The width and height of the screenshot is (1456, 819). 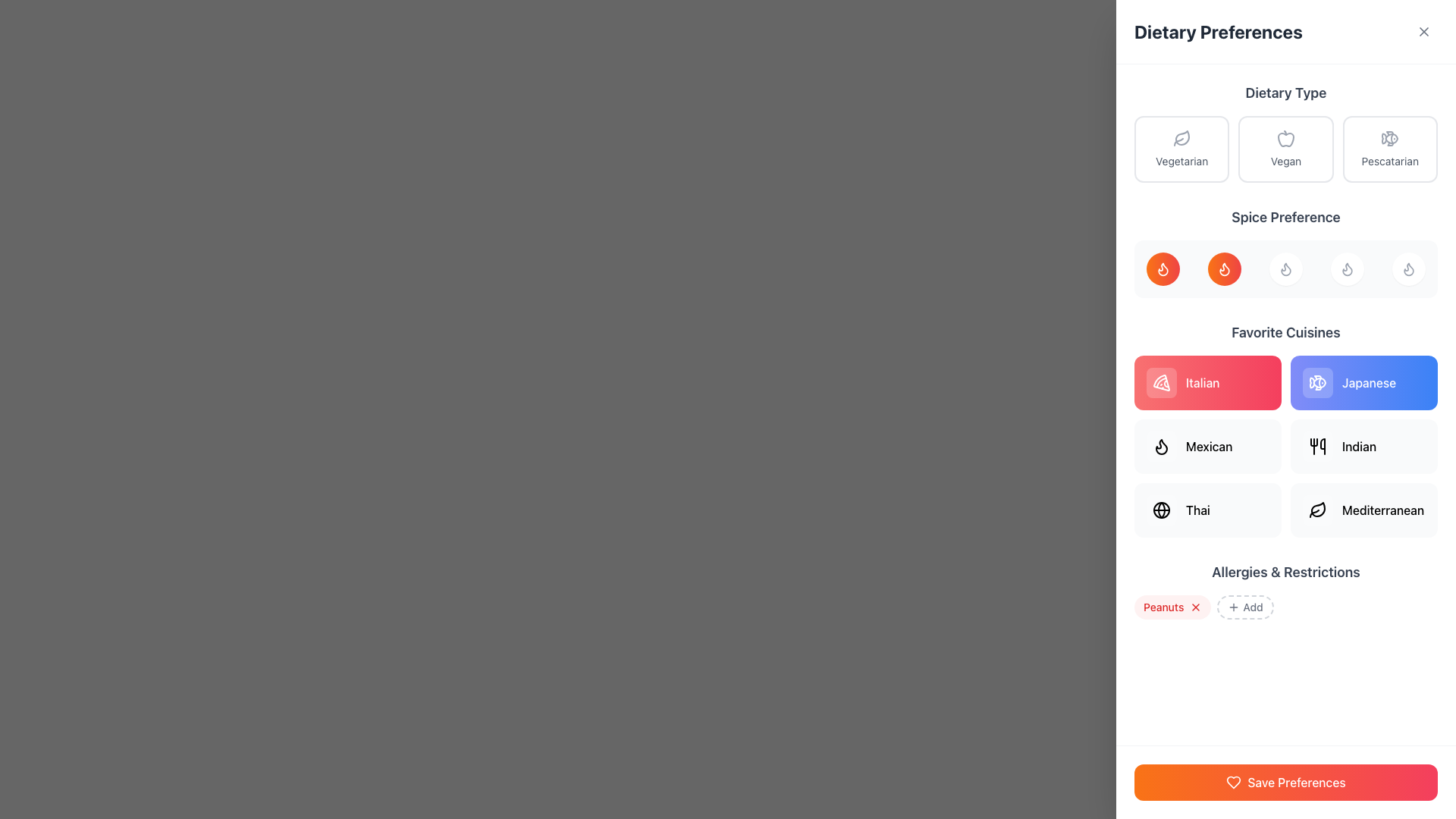 What do you see at coordinates (1364, 382) in the screenshot?
I see `the button labeled 'Japanese' in the 'Favorite Cuisines' section` at bounding box center [1364, 382].